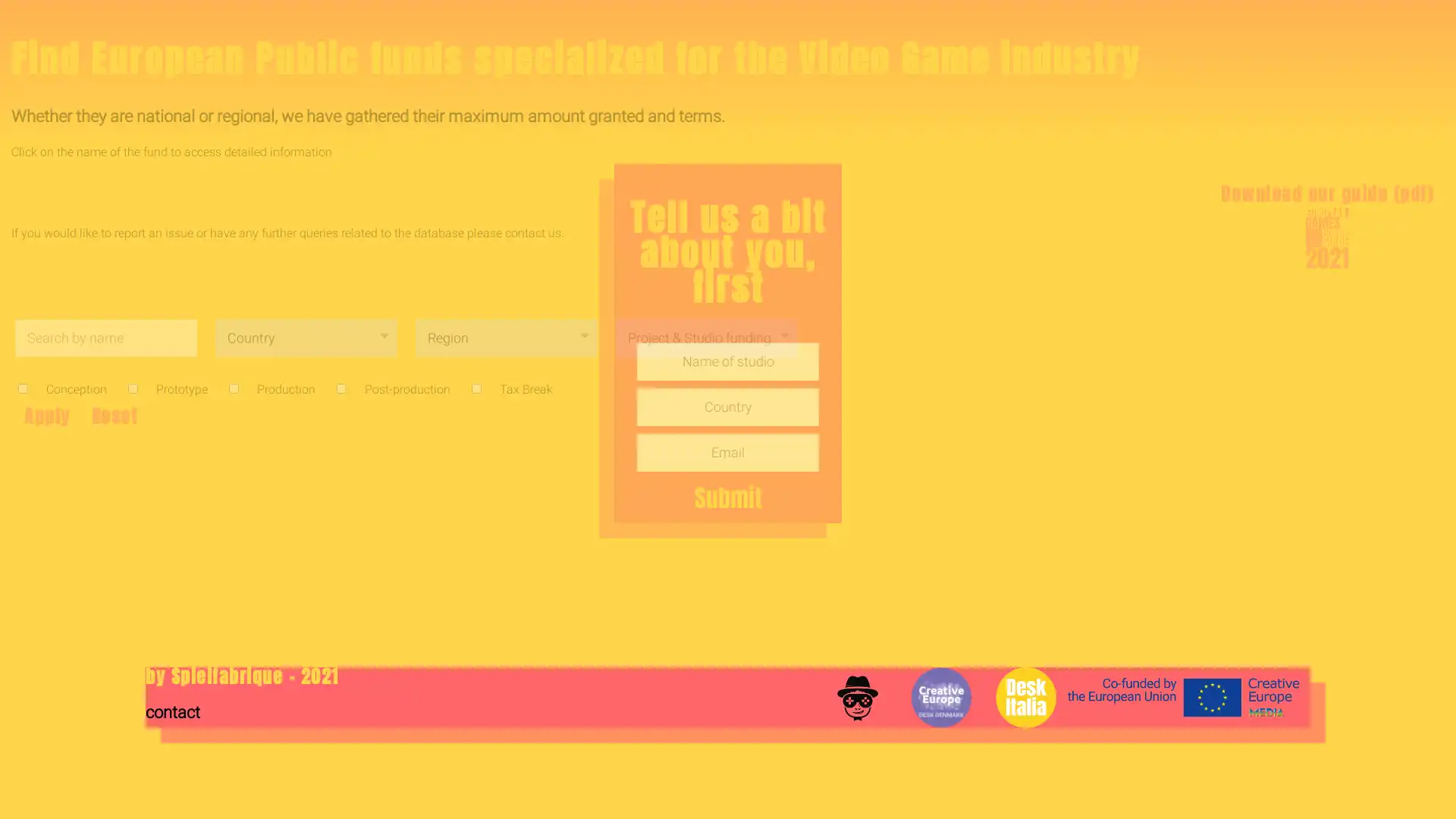  I want to click on Apply, so click(47, 416).